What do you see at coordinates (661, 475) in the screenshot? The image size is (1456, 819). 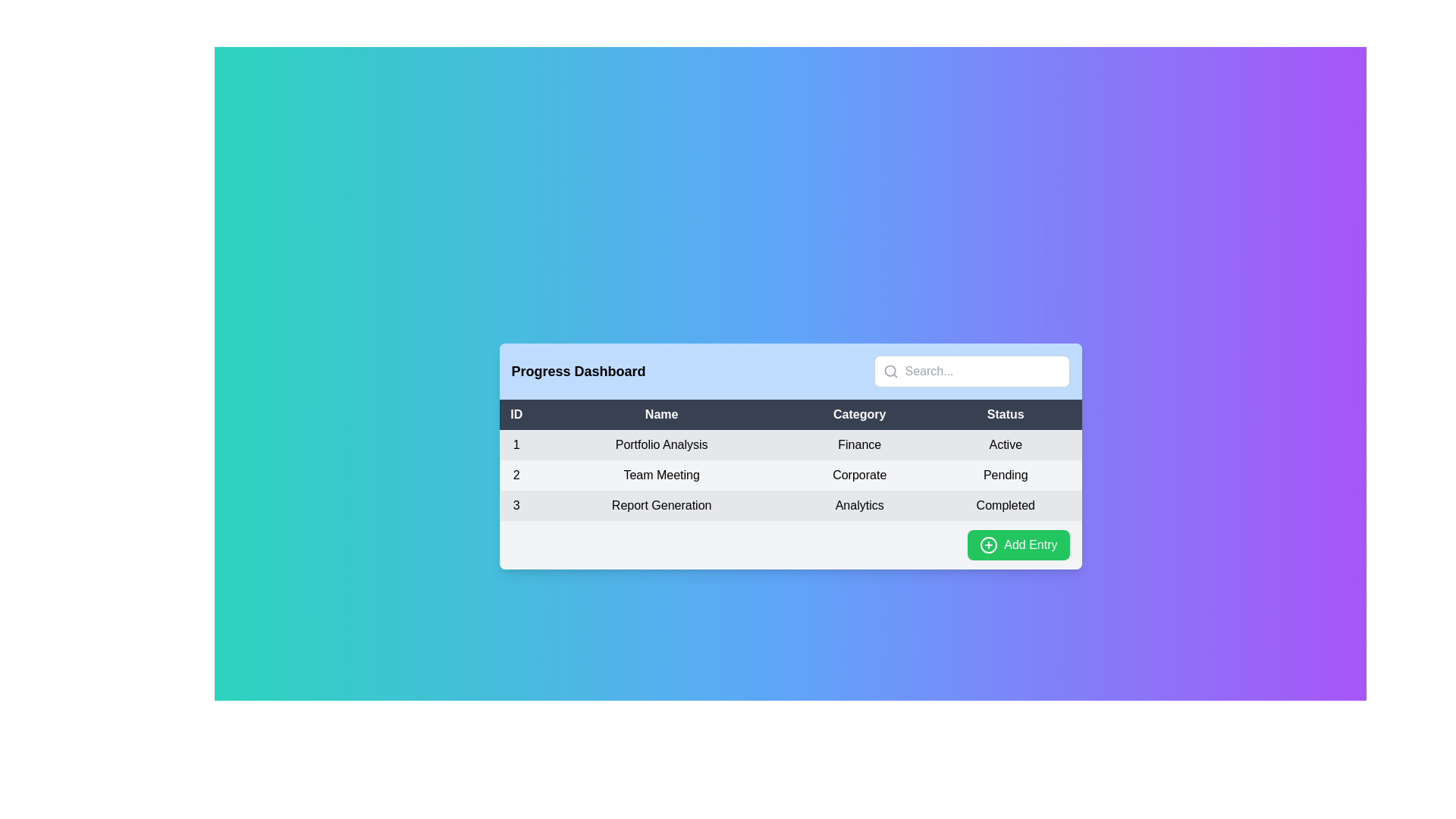 I see `the 'Team Meeting' text label in the second row of the table under the 'Name' column, which is located between the 'ID' cell and the 'Category' cell` at bounding box center [661, 475].